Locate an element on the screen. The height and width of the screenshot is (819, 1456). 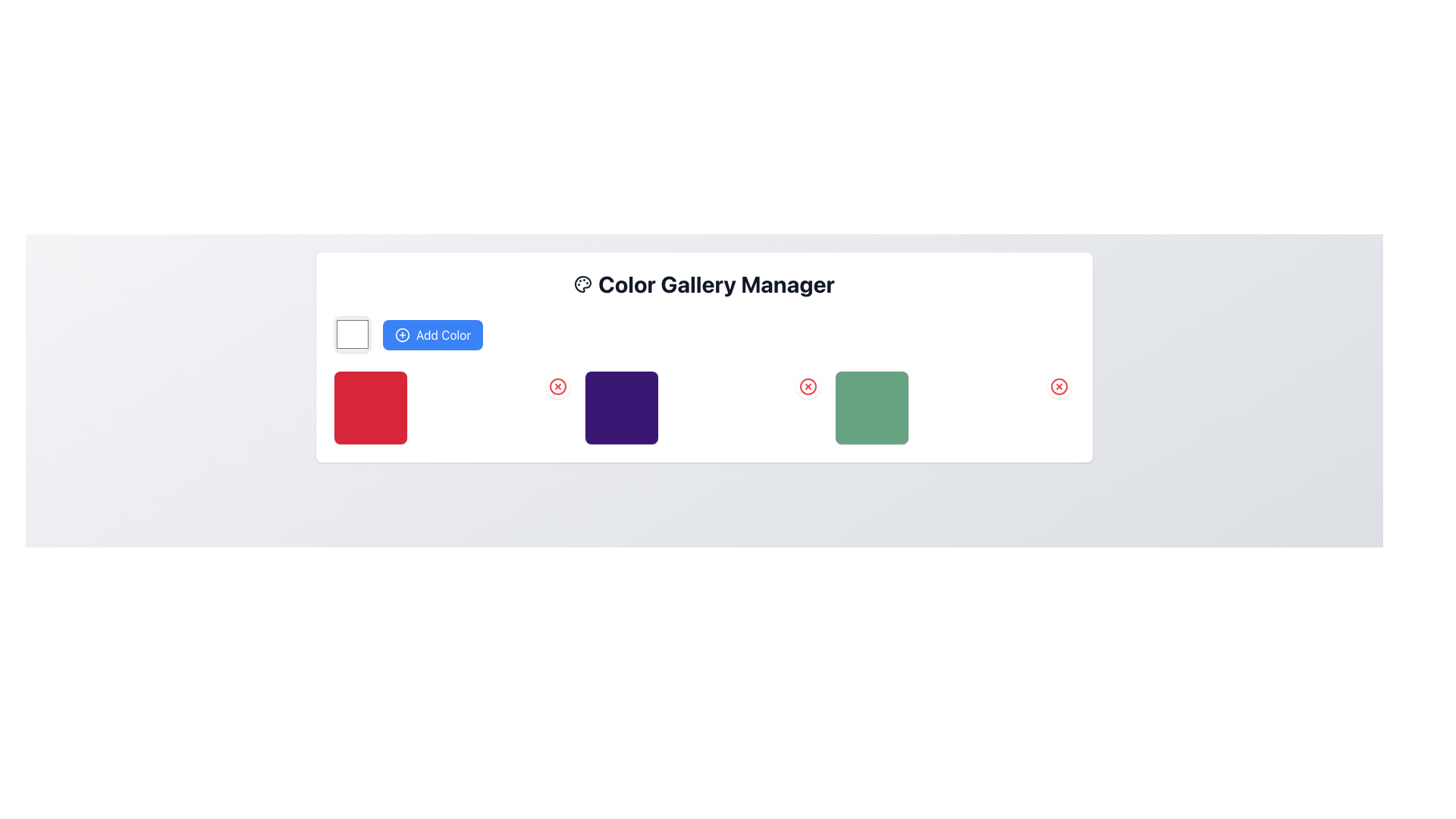
the first cell of the grid layout containing a red square and a circular button with a red cross is located at coordinates (453, 406).